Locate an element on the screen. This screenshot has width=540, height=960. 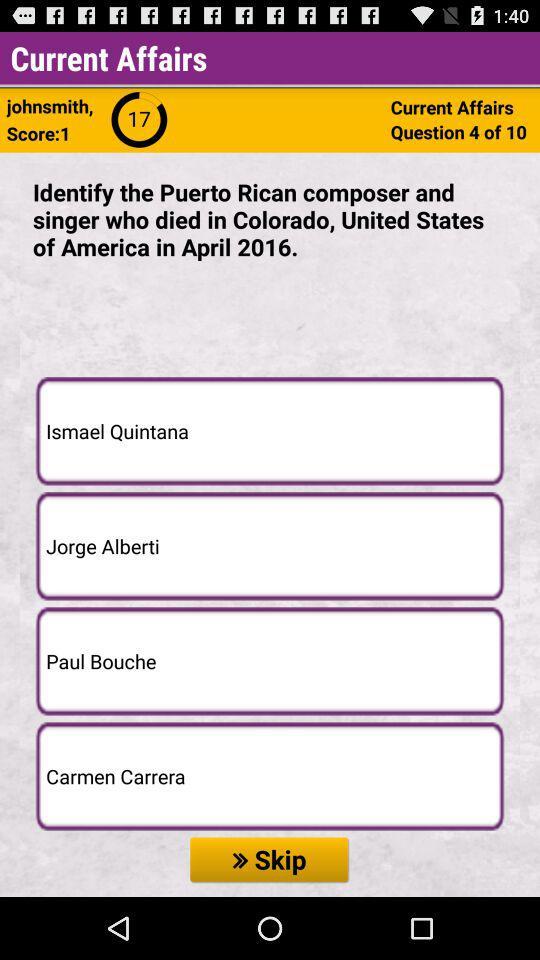
the item below the ismael quintana icon is located at coordinates (270, 546).